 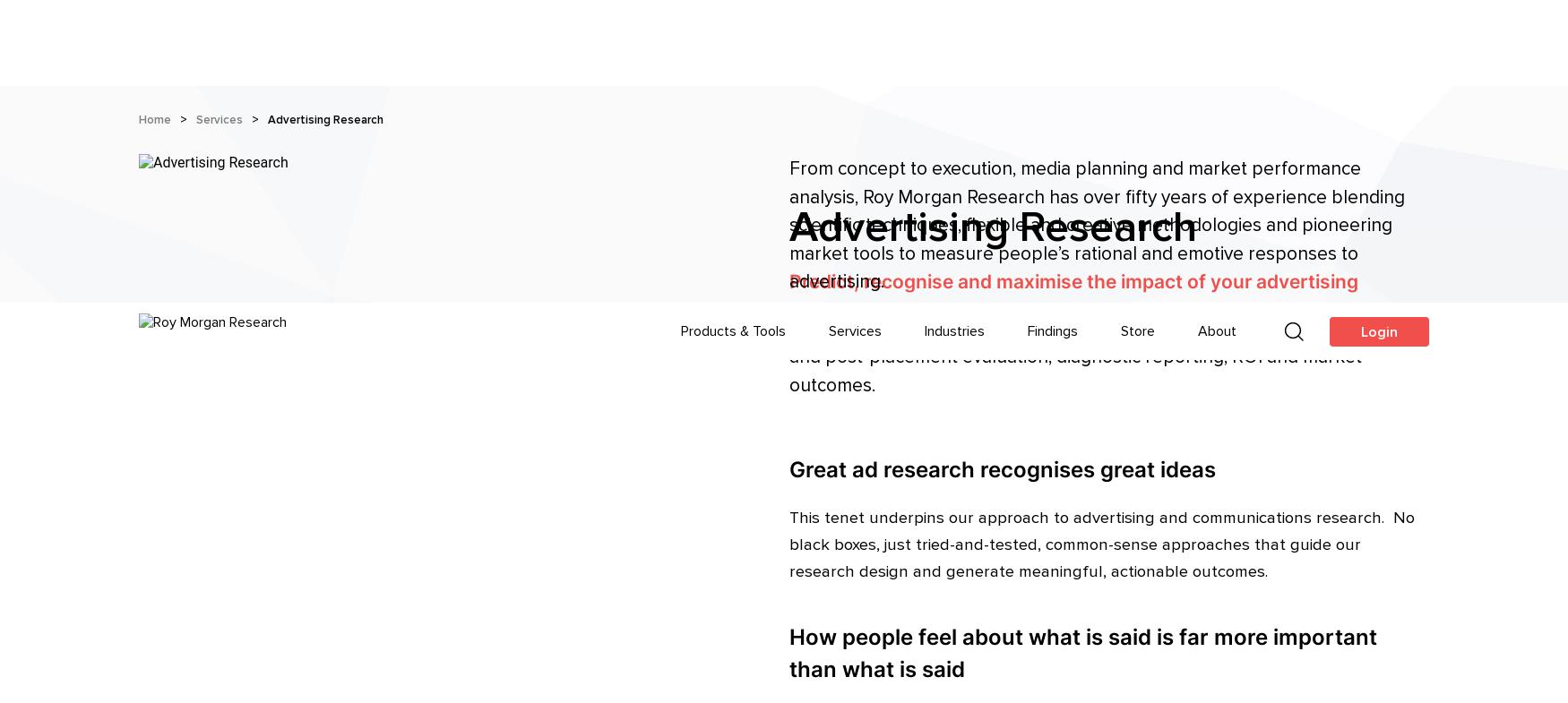 What do you see at coordinates (923, 27) in the screenshot?
I see `'Industries'` at bounding box center [923, 27].